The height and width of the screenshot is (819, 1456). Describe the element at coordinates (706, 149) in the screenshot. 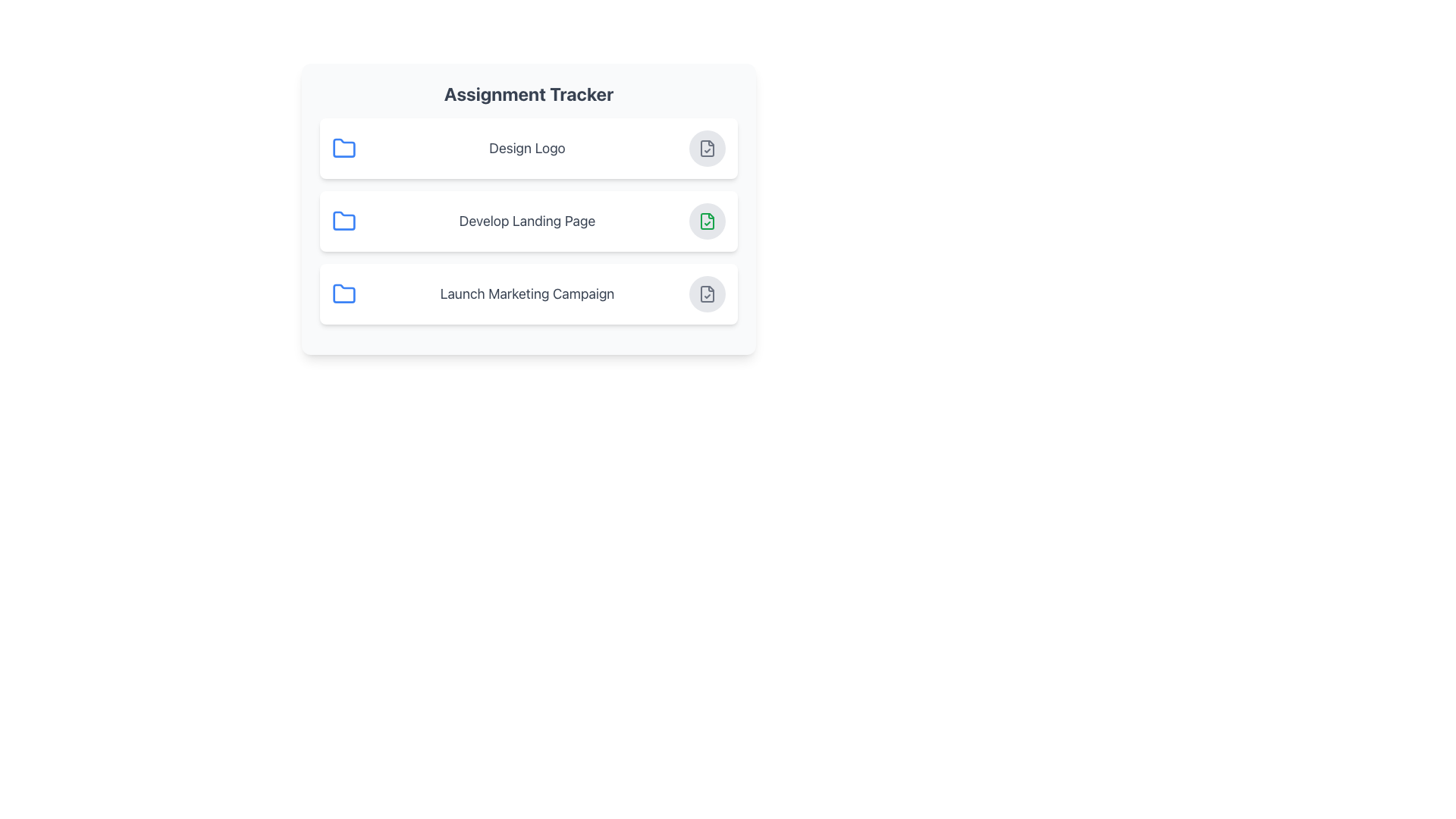

I see `the Graphic Icon representing a file with a check mark, located adjacent to the label 'Design Logo' in the task list` at that location.